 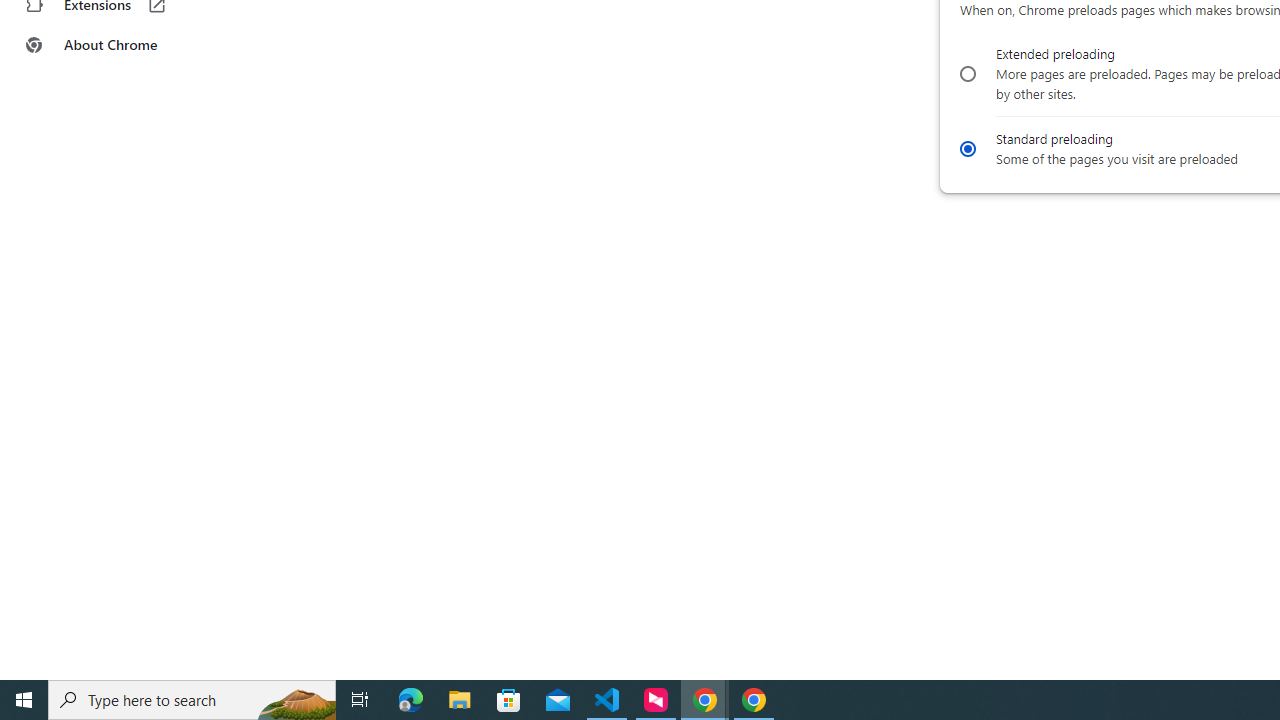 What do you see at coordinates (123, 45) in the screenshot?
I see `'About Chrome'` at bounding box center [123, 45].